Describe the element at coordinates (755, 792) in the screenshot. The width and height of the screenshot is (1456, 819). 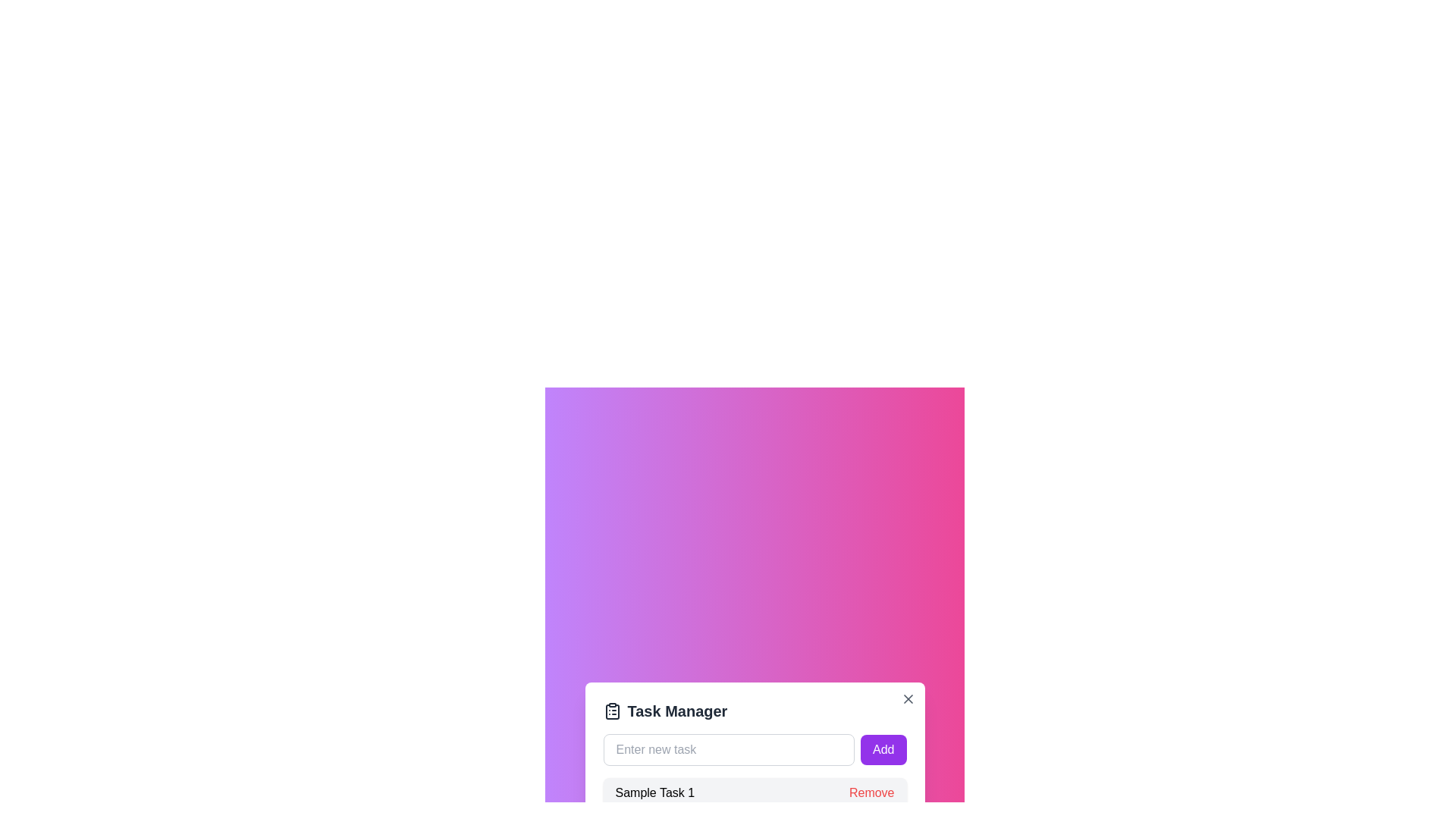
I see `task name from the list item that displays 'Sample Task 1' on the left side of the element, which has a light-gray background and a red 'Remove' button on the right` at that location.